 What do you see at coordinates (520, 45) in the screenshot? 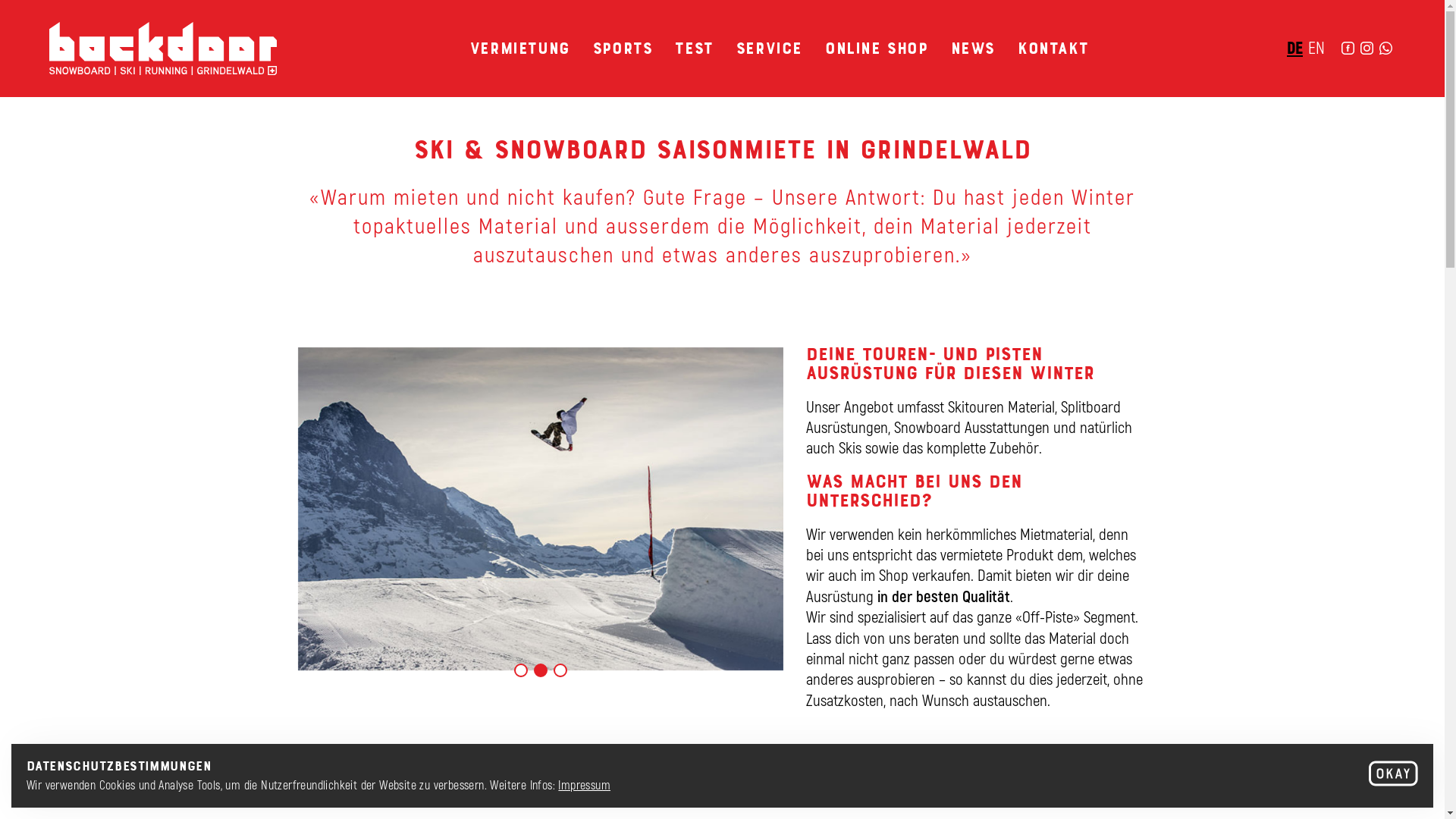
I see `'Vermietung'` at bounding box center [520, 45].